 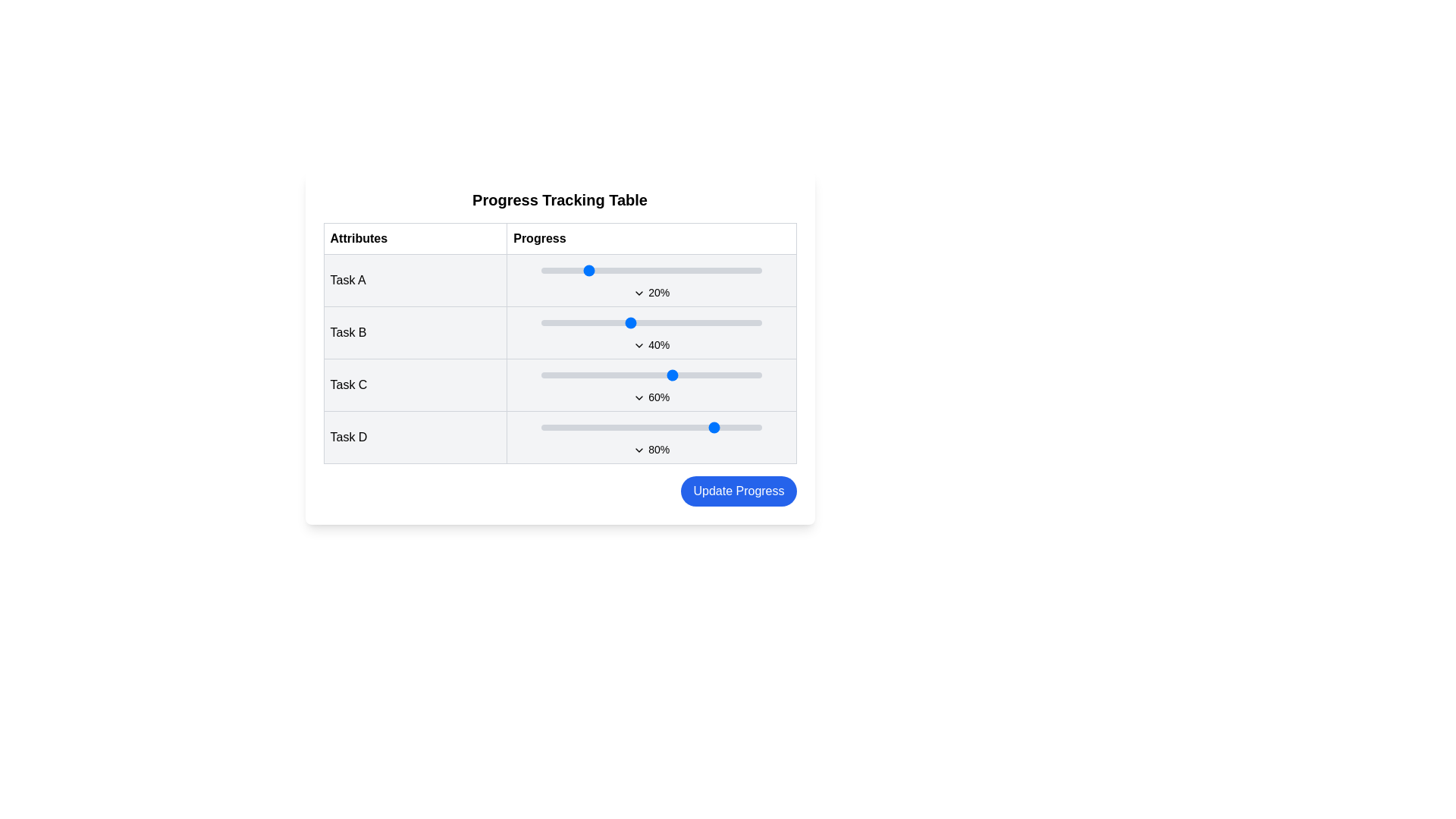 I want to click on progress for Task D, so click(x=688, y=427).